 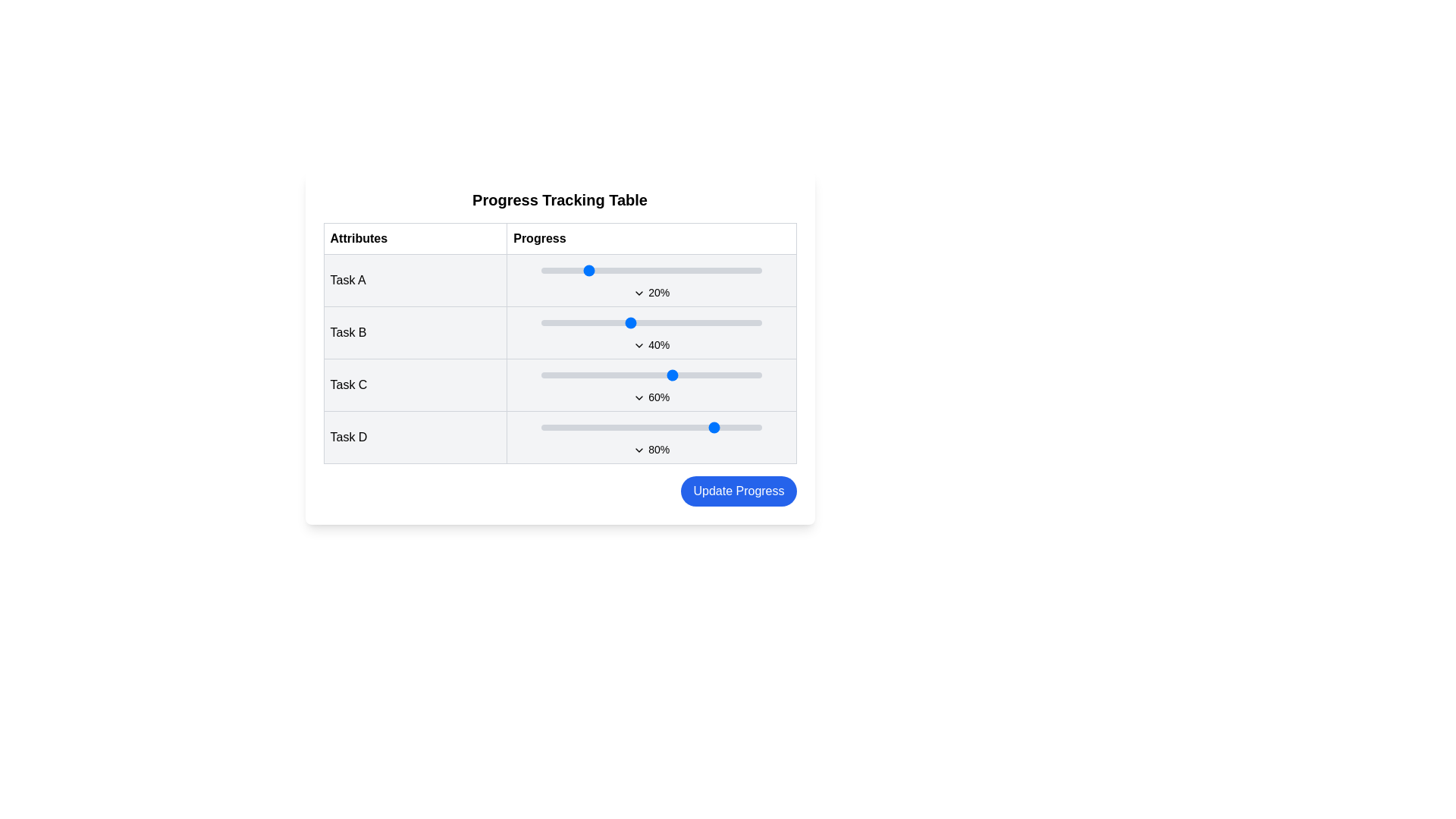 I want to click on progress for Task D, so click(x=688, y=427).